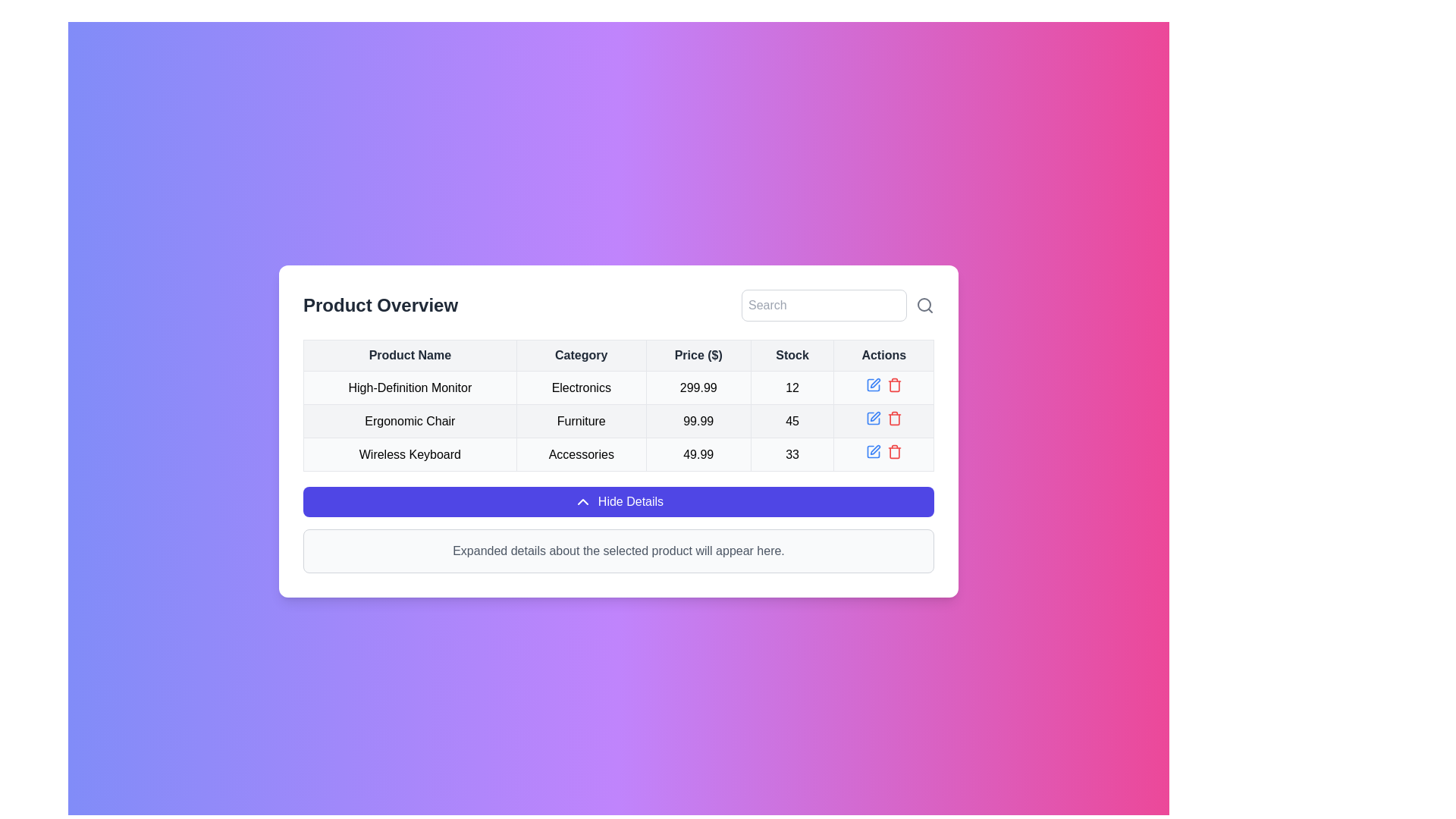 Image resolution: width=1456 pixels, height=819 pixels. I want to click on the trash bin button in the 'Actions' column to change its color, which is associated with the 'Wireless Keyboard' entry, so click(894, 451).